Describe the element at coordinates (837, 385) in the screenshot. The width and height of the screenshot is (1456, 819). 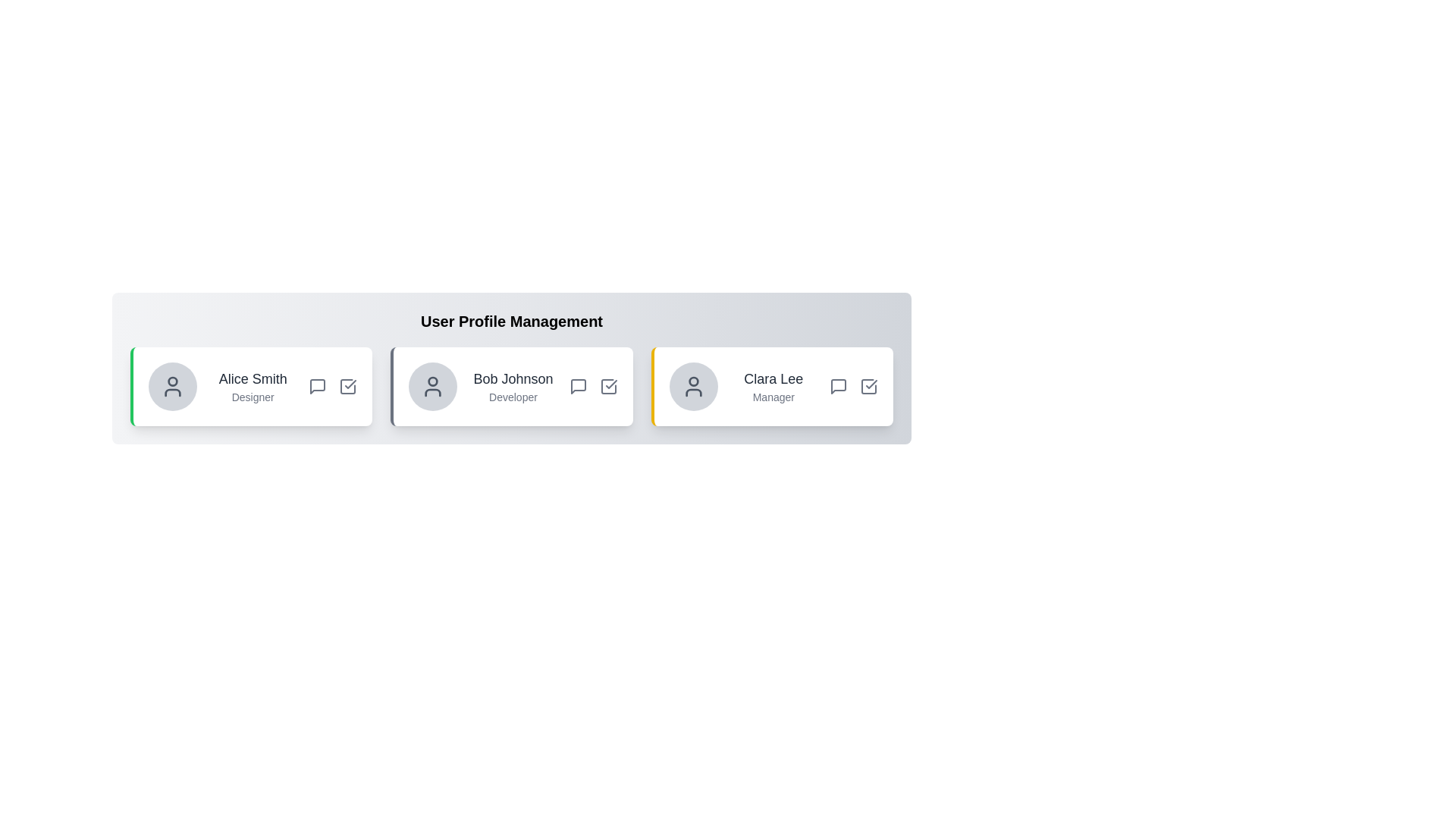
I see `the button for initiating a message related to Clara Lee, which is the second icon in the action icons row of the profile card highlighted with a yellow border` at that location.